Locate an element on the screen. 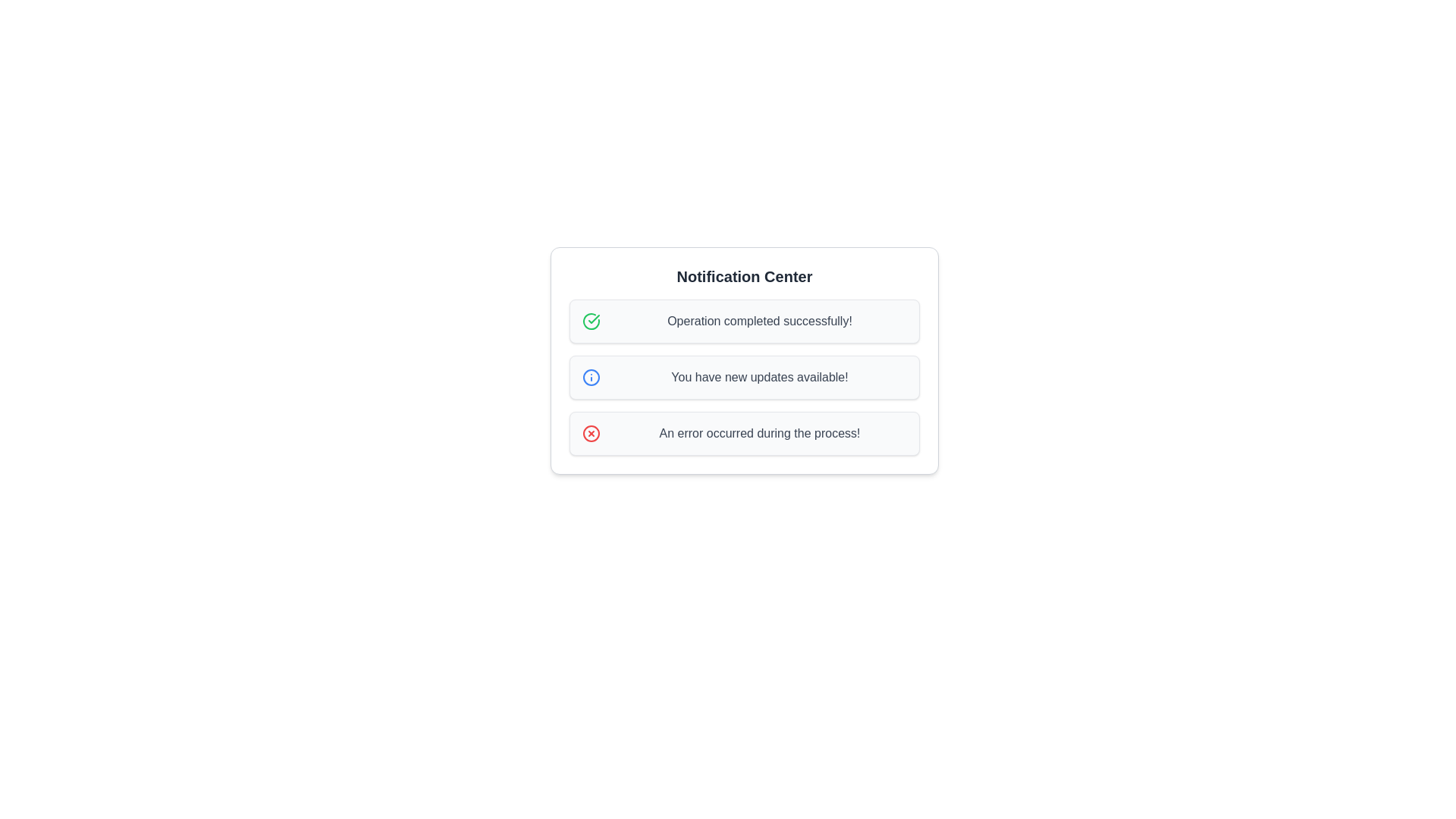  the bold, large-sized header text reading 'Notification Center' located at the top center of the interface is located at coordinates (745, 277).